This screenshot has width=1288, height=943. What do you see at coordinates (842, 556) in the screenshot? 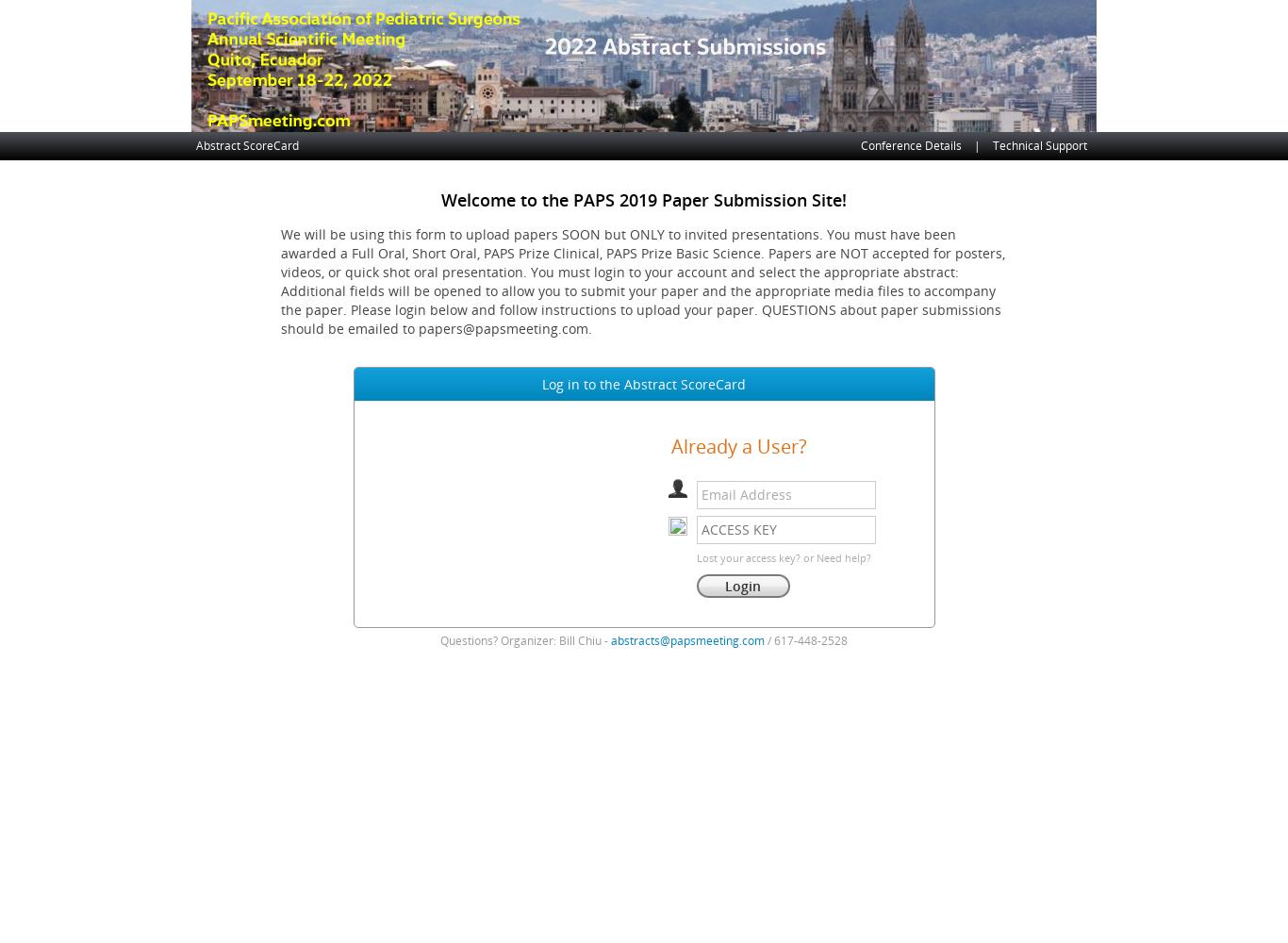
I see `'Need help?'` at bounding box center [842, 556].